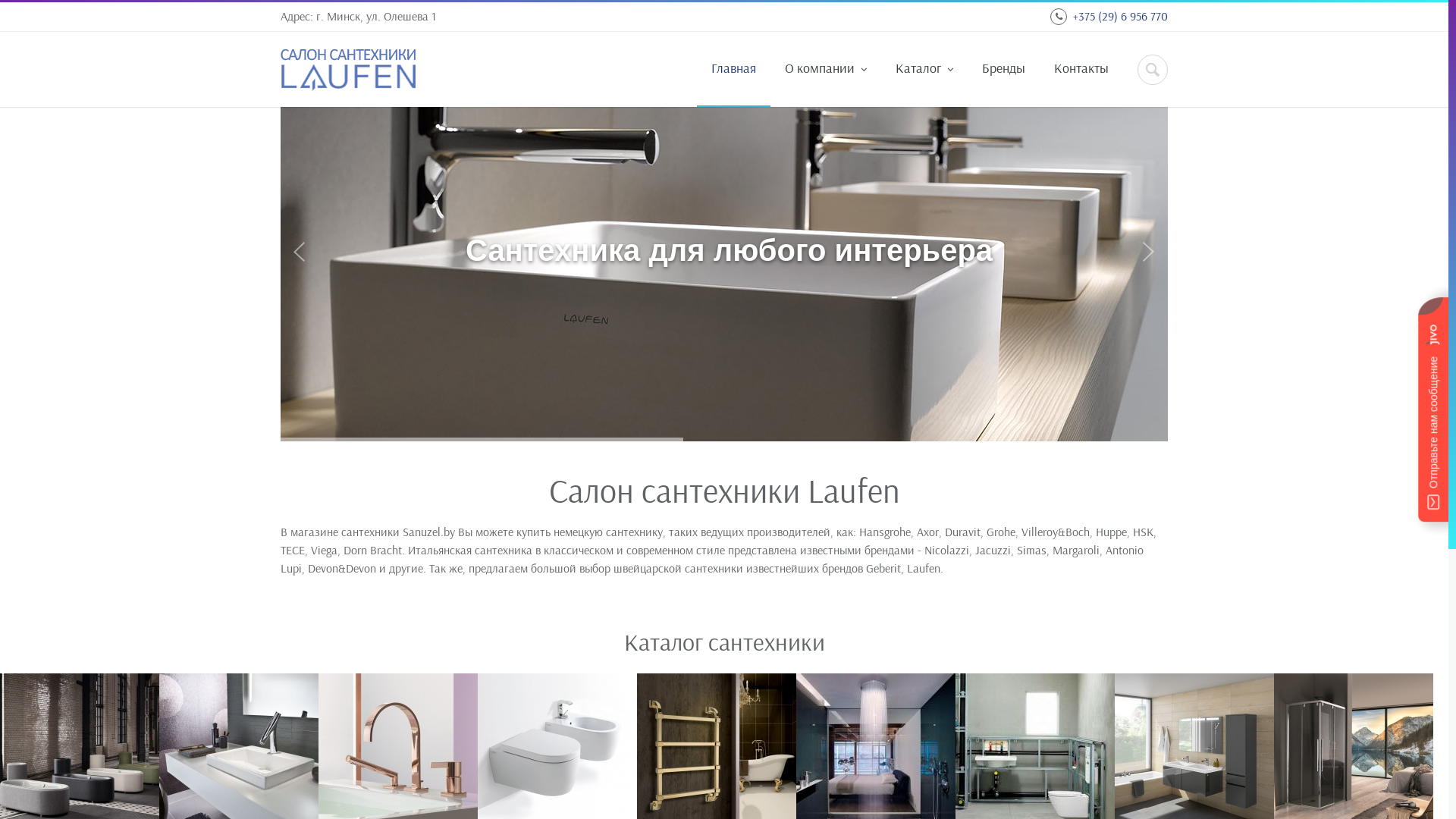 This screenshot has height=819, width=1456. What do you see at coordinates (1120, 15) in the screenshot?
I see `'+375 (29) 6 956 770'` at bounding box center [1120, 15].